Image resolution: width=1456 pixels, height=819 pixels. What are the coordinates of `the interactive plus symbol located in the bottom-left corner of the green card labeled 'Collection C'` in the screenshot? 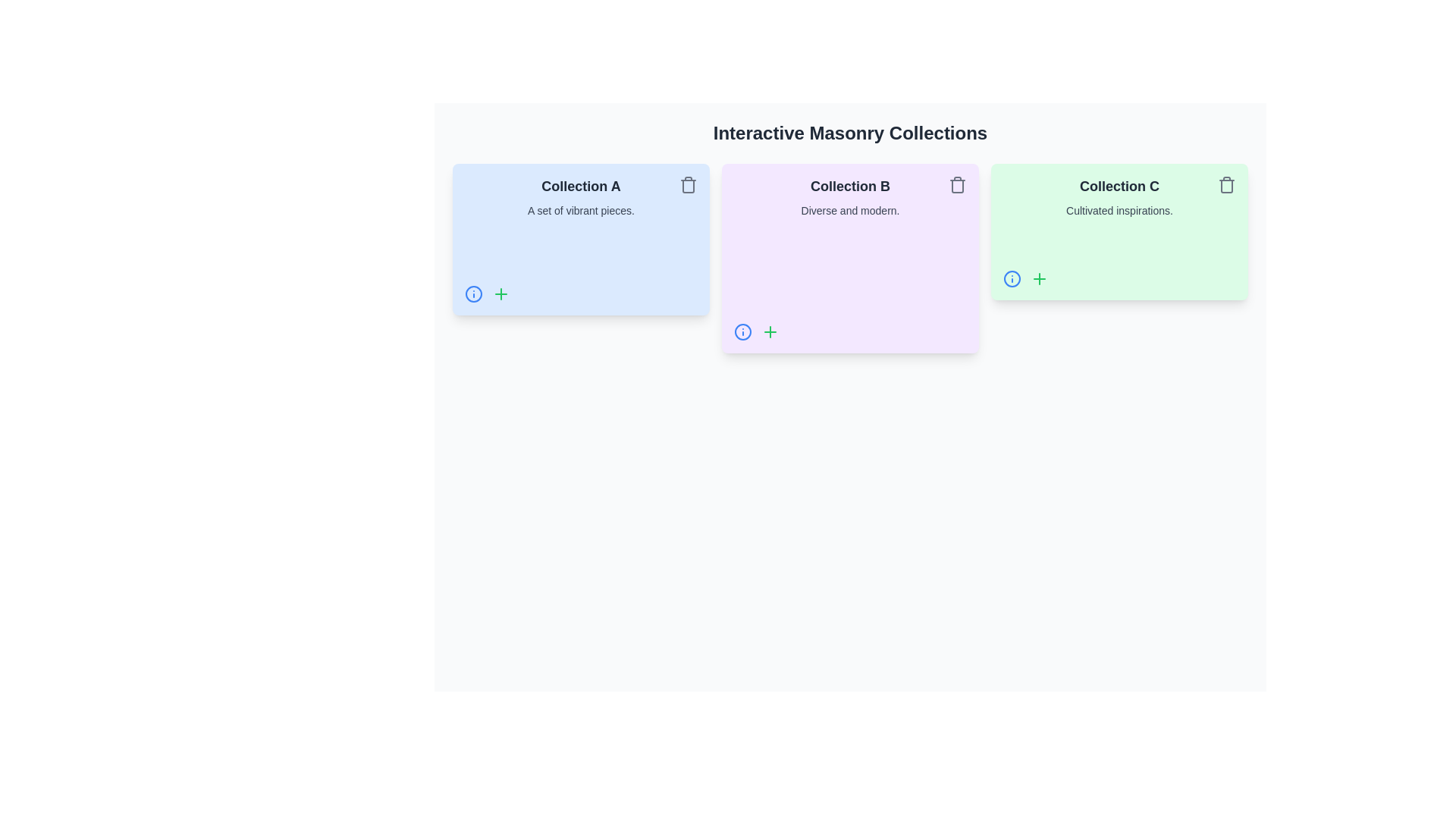 It's located at (1039, 278).